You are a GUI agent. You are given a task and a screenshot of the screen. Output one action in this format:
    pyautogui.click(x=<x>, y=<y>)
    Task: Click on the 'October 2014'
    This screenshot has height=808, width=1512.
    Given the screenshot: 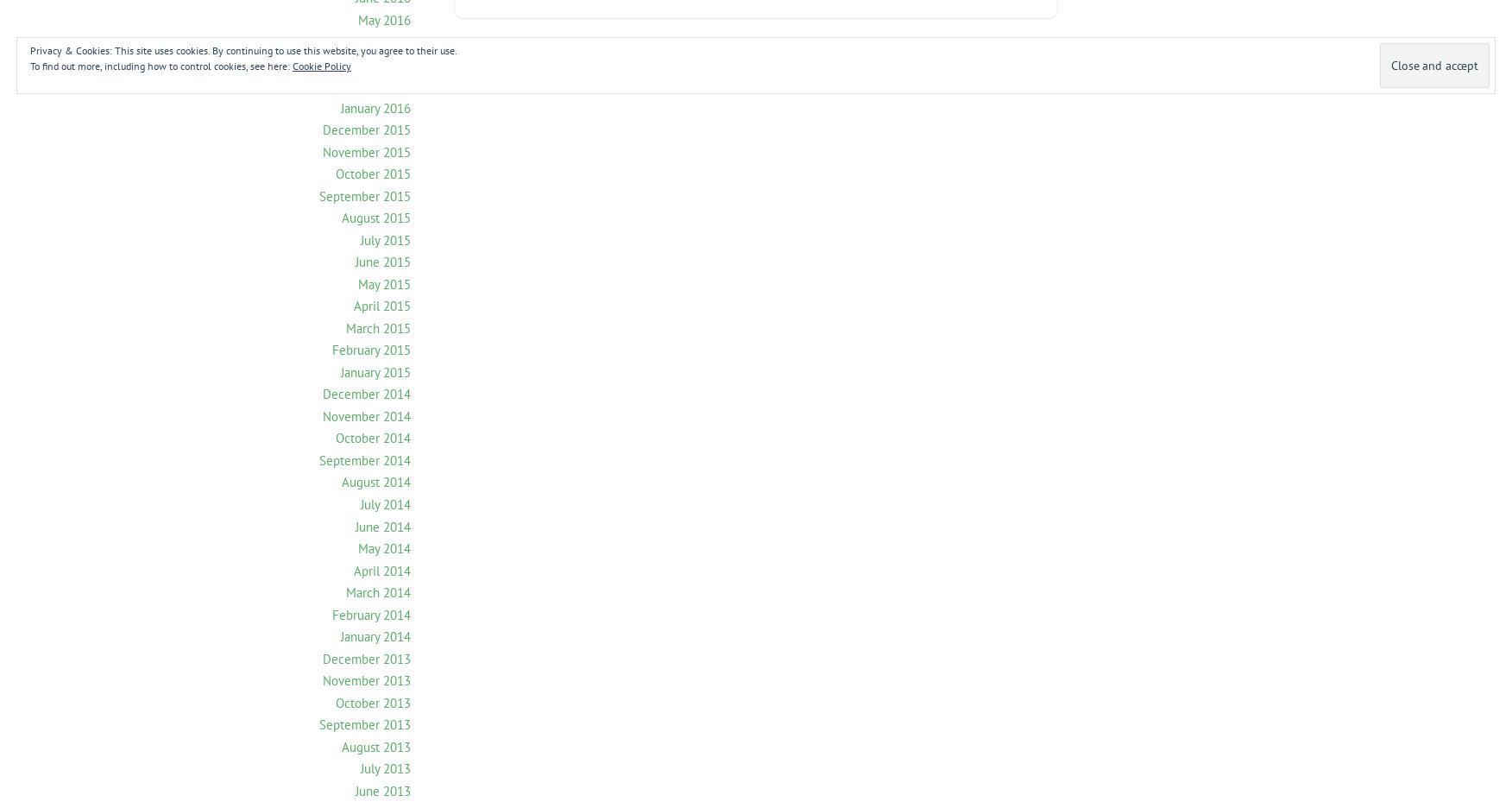 What is the action you would take?
    pyautogui.click(x=372, y=437)
    